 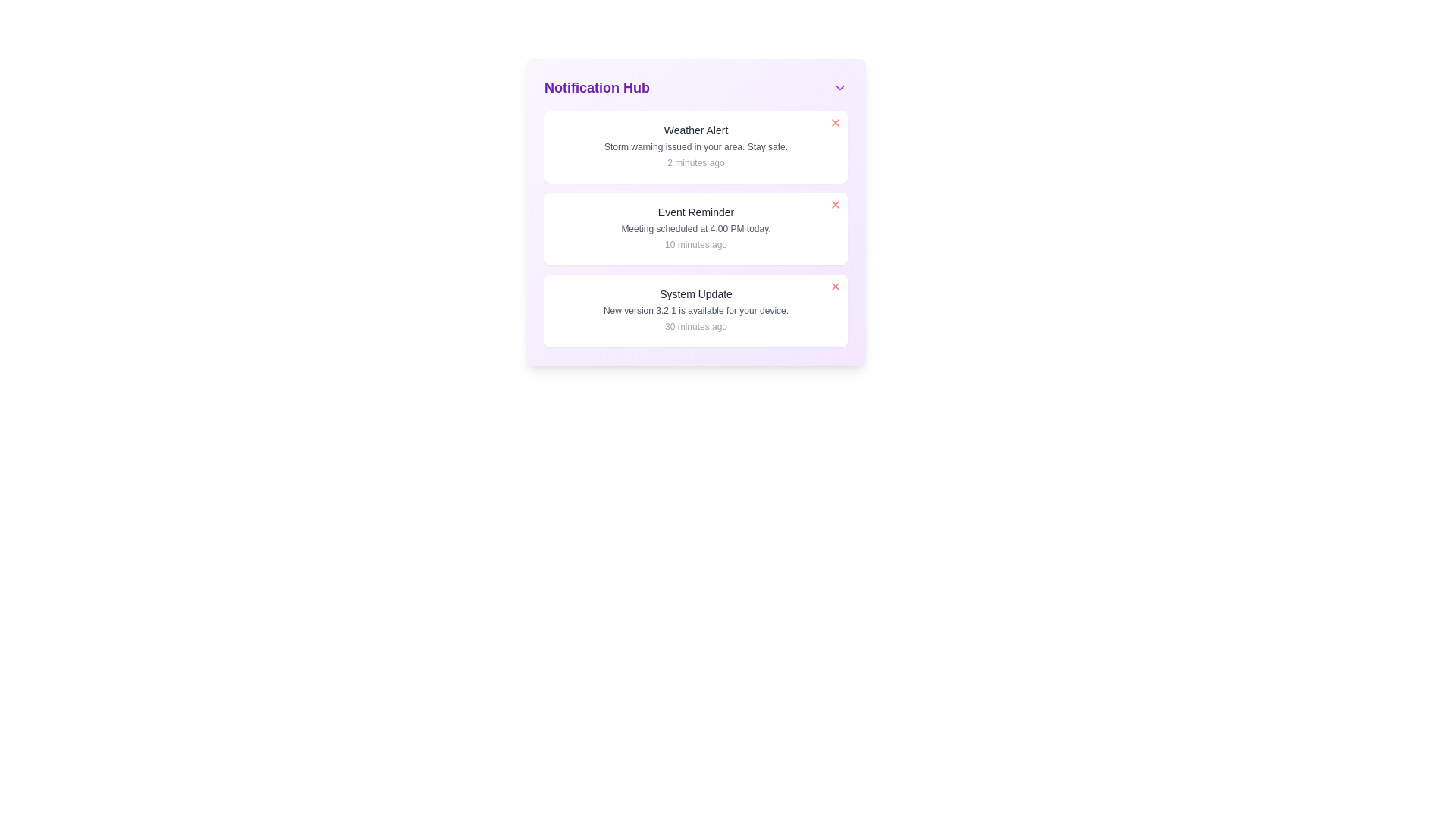 What do you see at coordinates (835, 122) in the screenshot?
I see `the close button in the top-right corner of the 'Weather Alert' notification card` at bounding box center [835, 122].